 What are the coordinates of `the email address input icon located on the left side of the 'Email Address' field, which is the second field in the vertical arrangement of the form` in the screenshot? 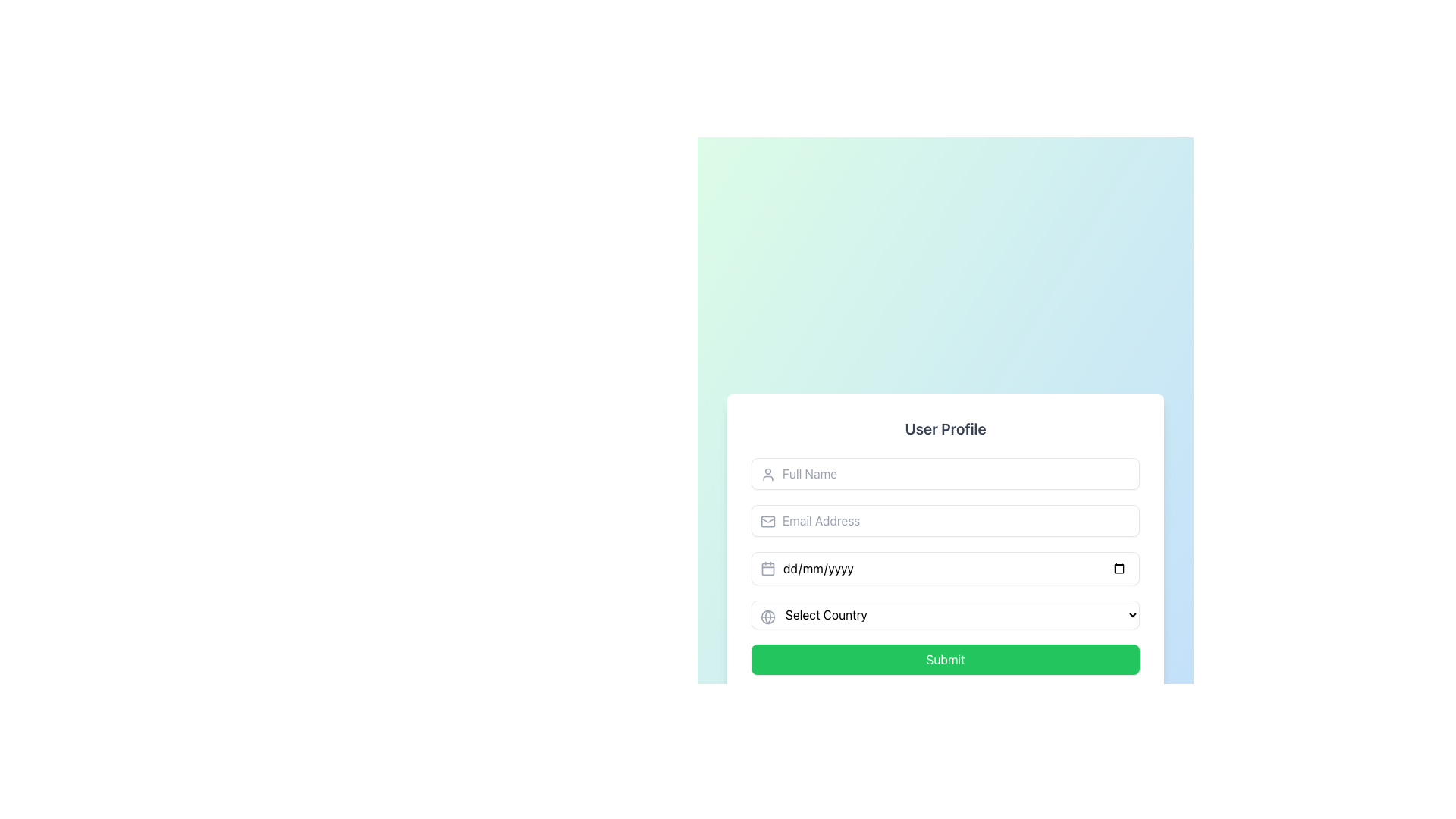 It's located at (767, 520).